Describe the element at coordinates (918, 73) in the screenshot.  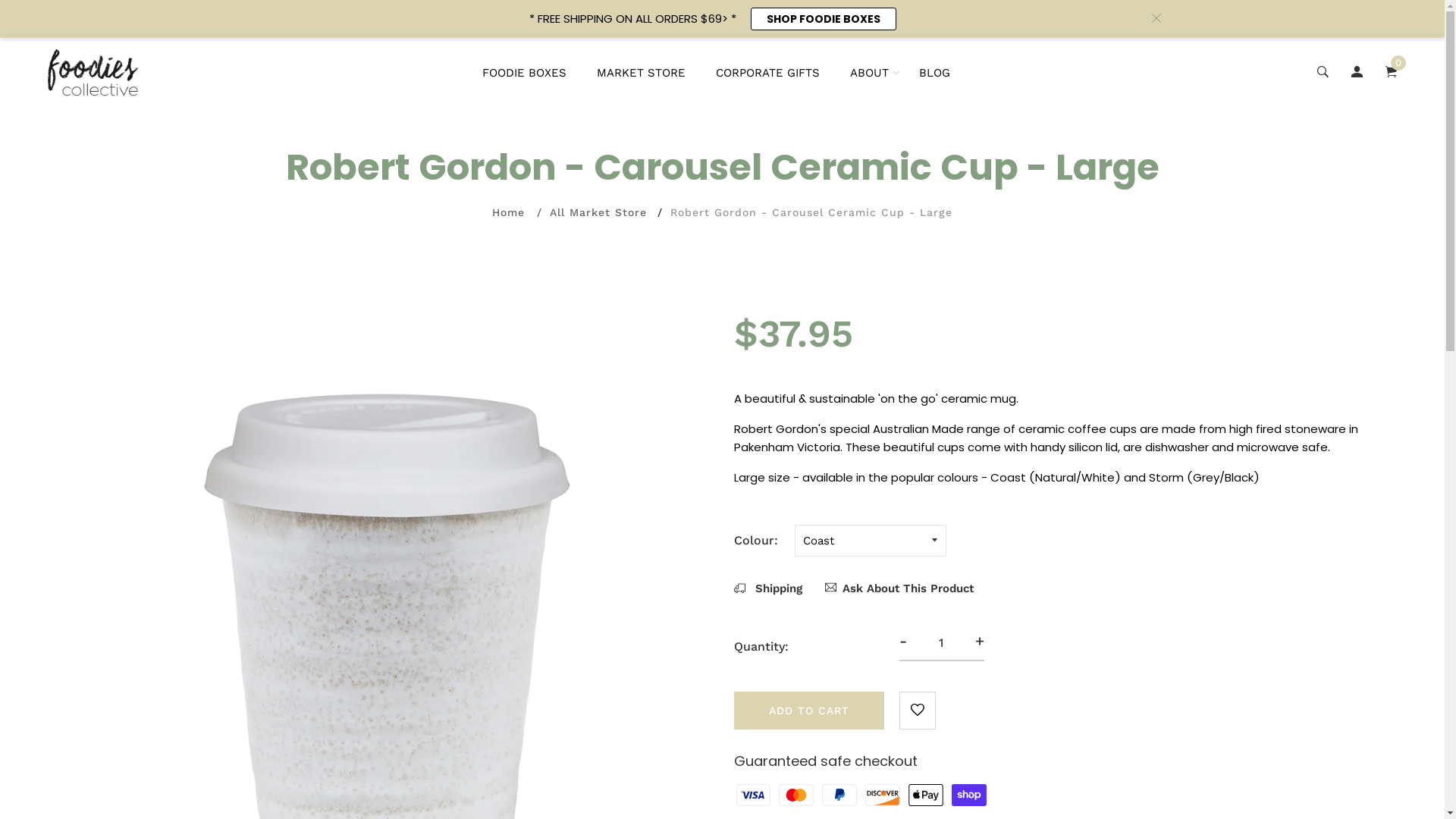
I see `'BLOG'` at that location.